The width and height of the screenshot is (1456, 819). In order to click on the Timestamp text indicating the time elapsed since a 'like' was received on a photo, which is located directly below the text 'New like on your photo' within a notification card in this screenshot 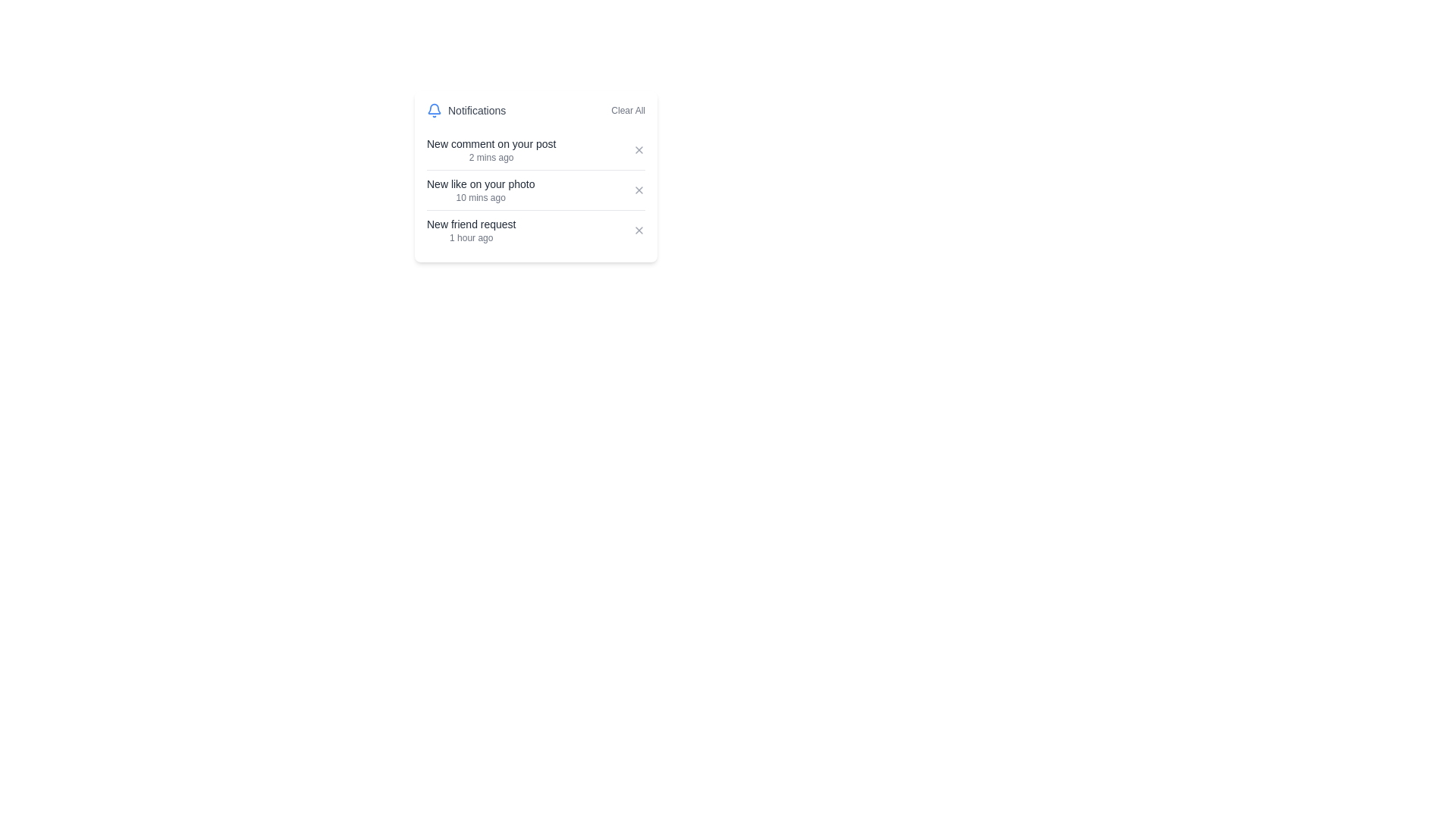, I will do `click(480, 197)`.